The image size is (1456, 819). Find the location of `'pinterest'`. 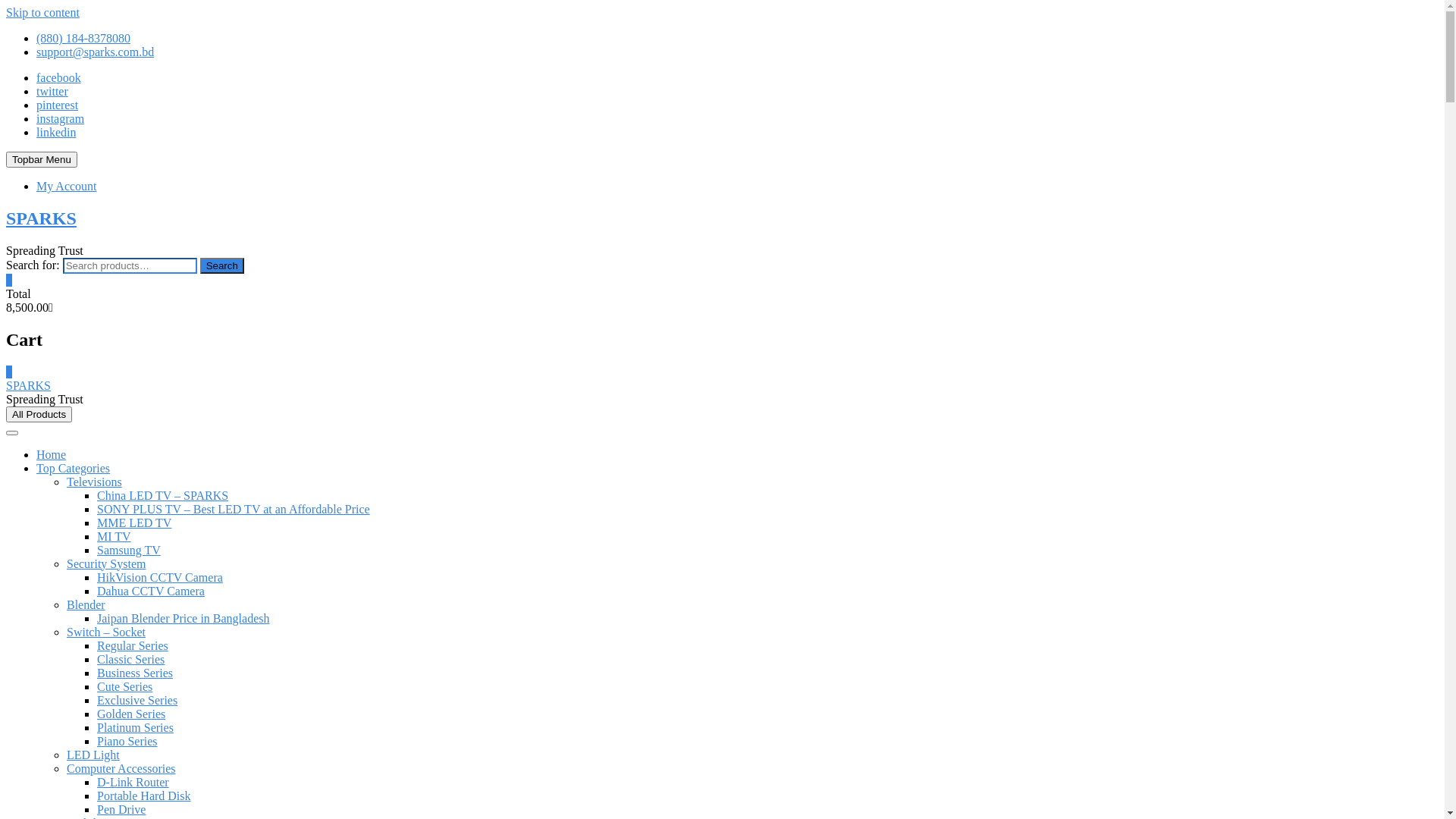

'pinterest' is located at coordinates (36, 104).